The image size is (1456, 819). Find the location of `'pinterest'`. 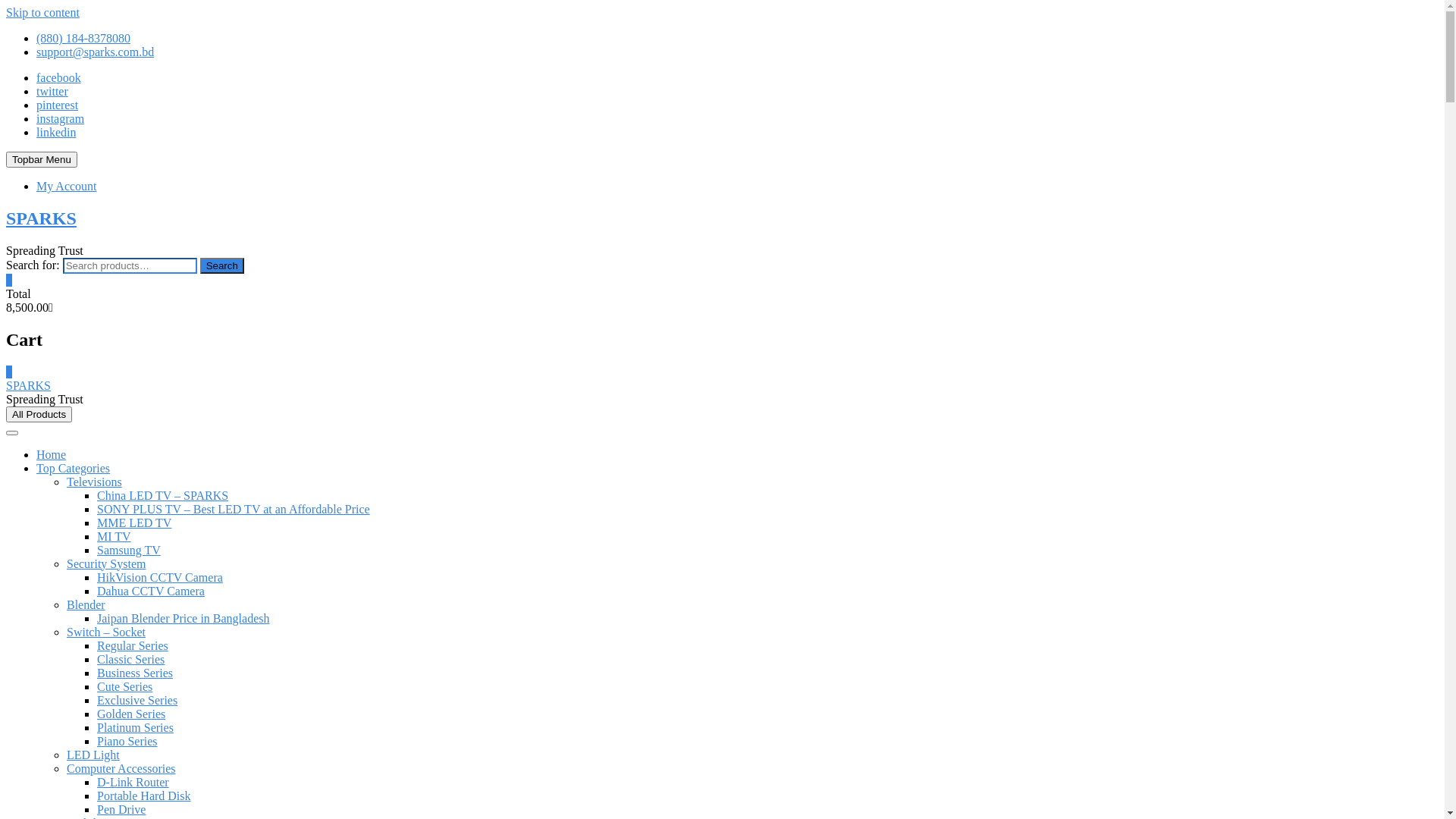

'pinterest' is located at coordinates (36, 104).